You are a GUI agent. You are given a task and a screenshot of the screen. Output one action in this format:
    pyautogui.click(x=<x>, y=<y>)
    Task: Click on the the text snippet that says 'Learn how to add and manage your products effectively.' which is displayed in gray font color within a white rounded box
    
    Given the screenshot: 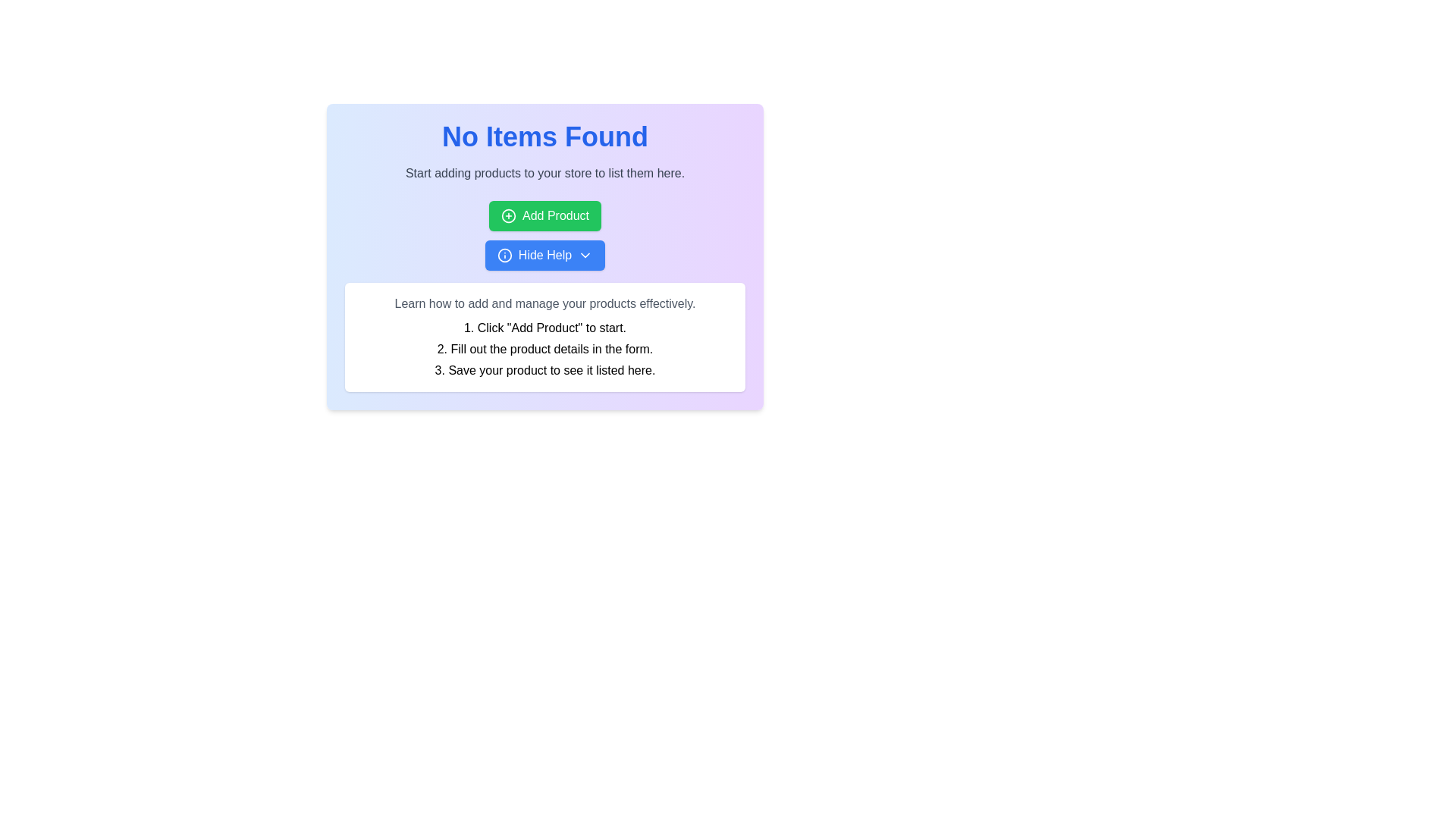 What is the action you would take?
    pyautogui.click(x=545, y=304)
    